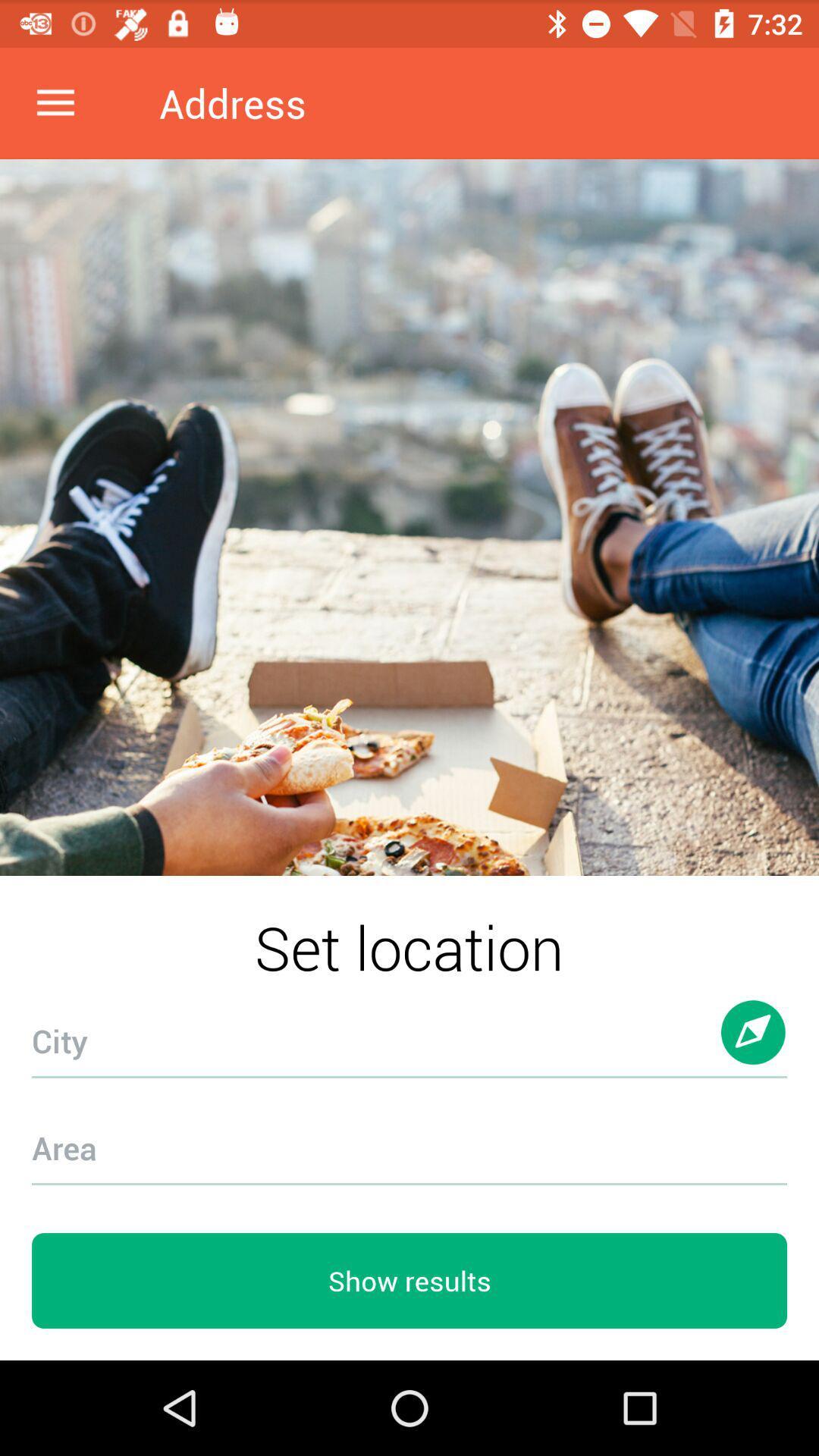 This screenshot has height=1456, width=819. What do you see at coordinates (55, 102) in the screenshot?
I see `icon next to the address icon` at bounding box center [55, 102].